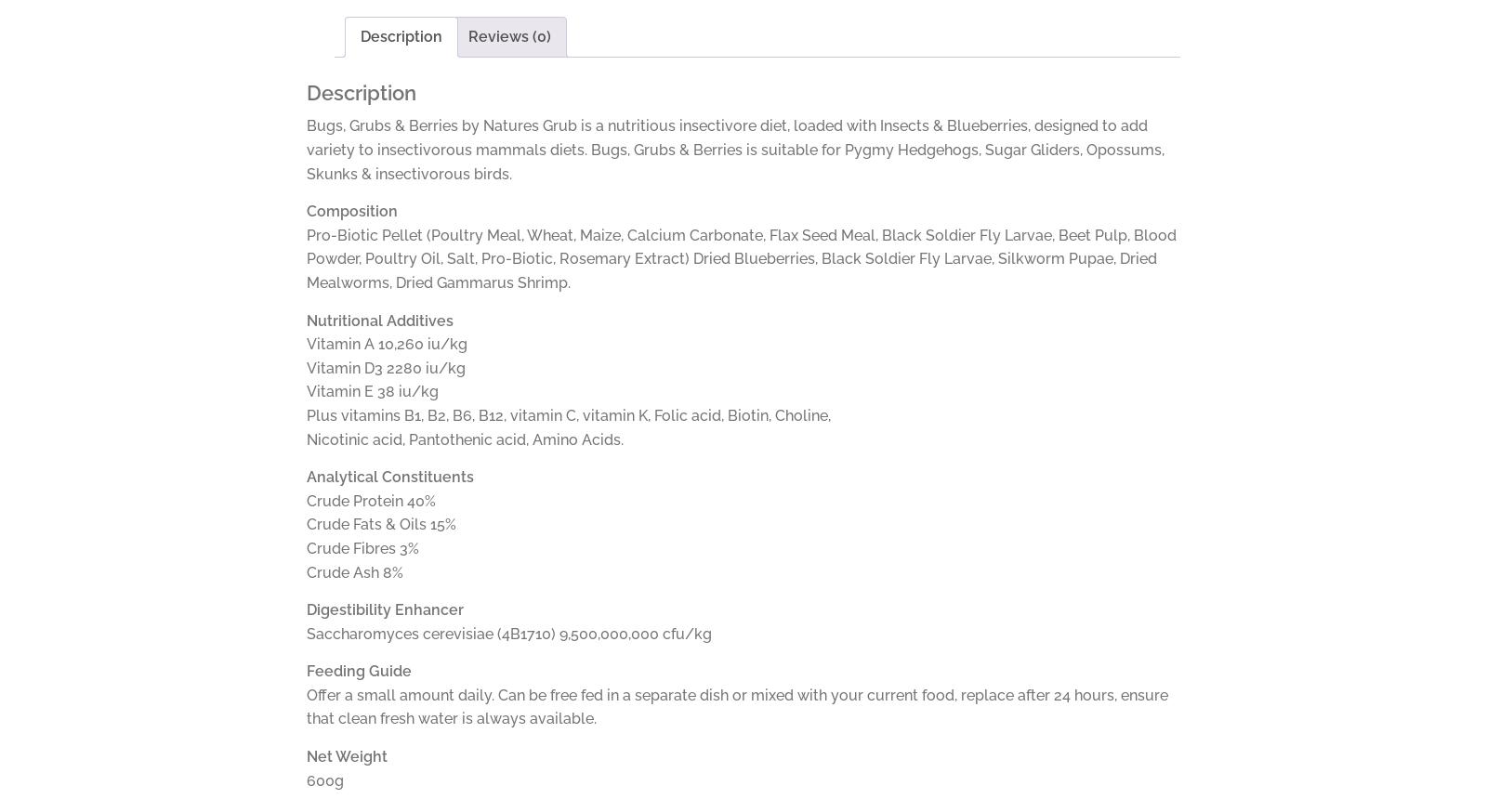 This screenshot has width=1487, height=812. What do you see at coordinates (569, 413) in the screenshot?
I see `'Plus vitamins B1, B2, B6, B12, vitamin C, vitamin K, Folic acid, Biotin, Choline,'` at bounding box center [569, 413].